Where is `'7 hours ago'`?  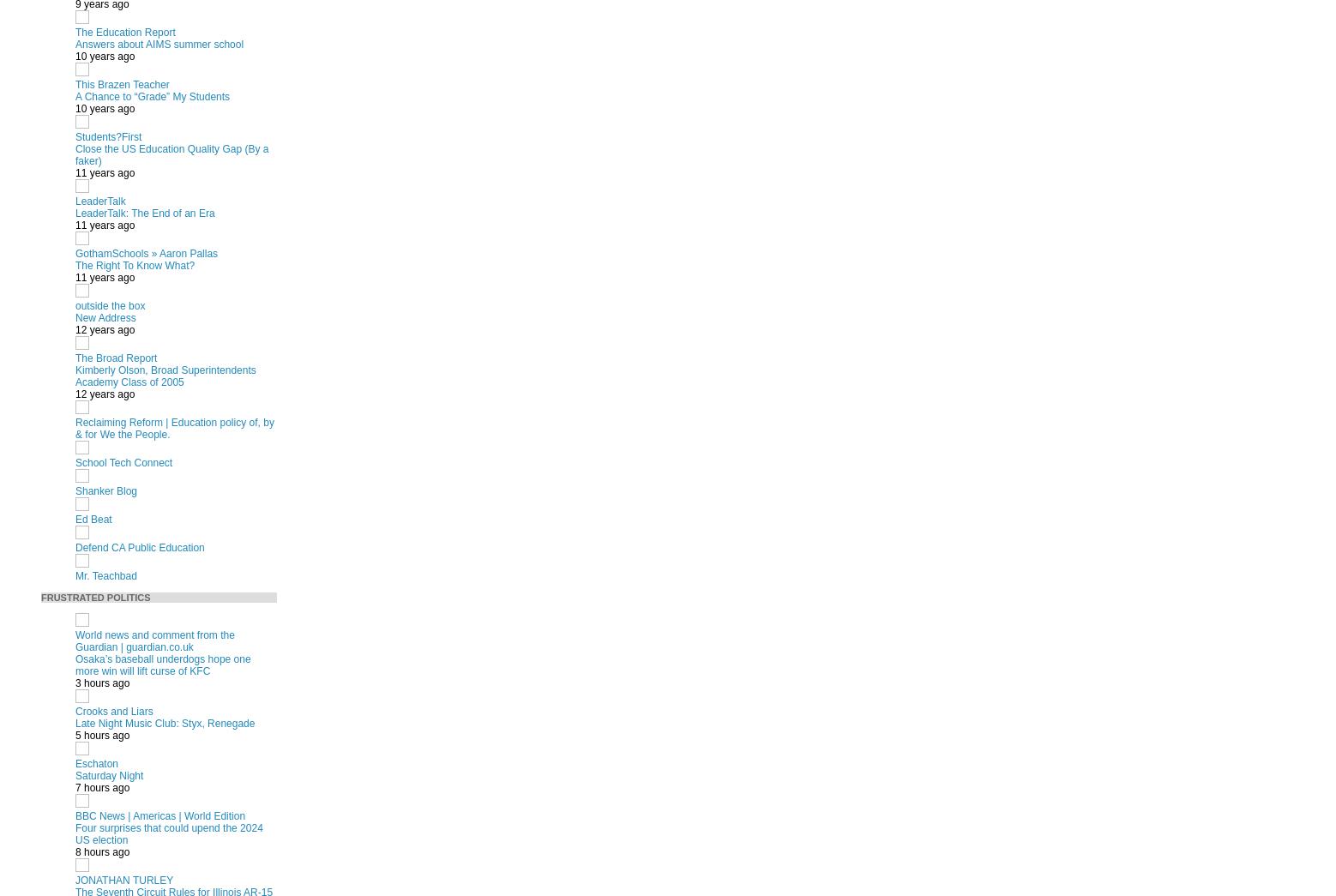 '7 hours ago' is located at coordinates (101, 787).